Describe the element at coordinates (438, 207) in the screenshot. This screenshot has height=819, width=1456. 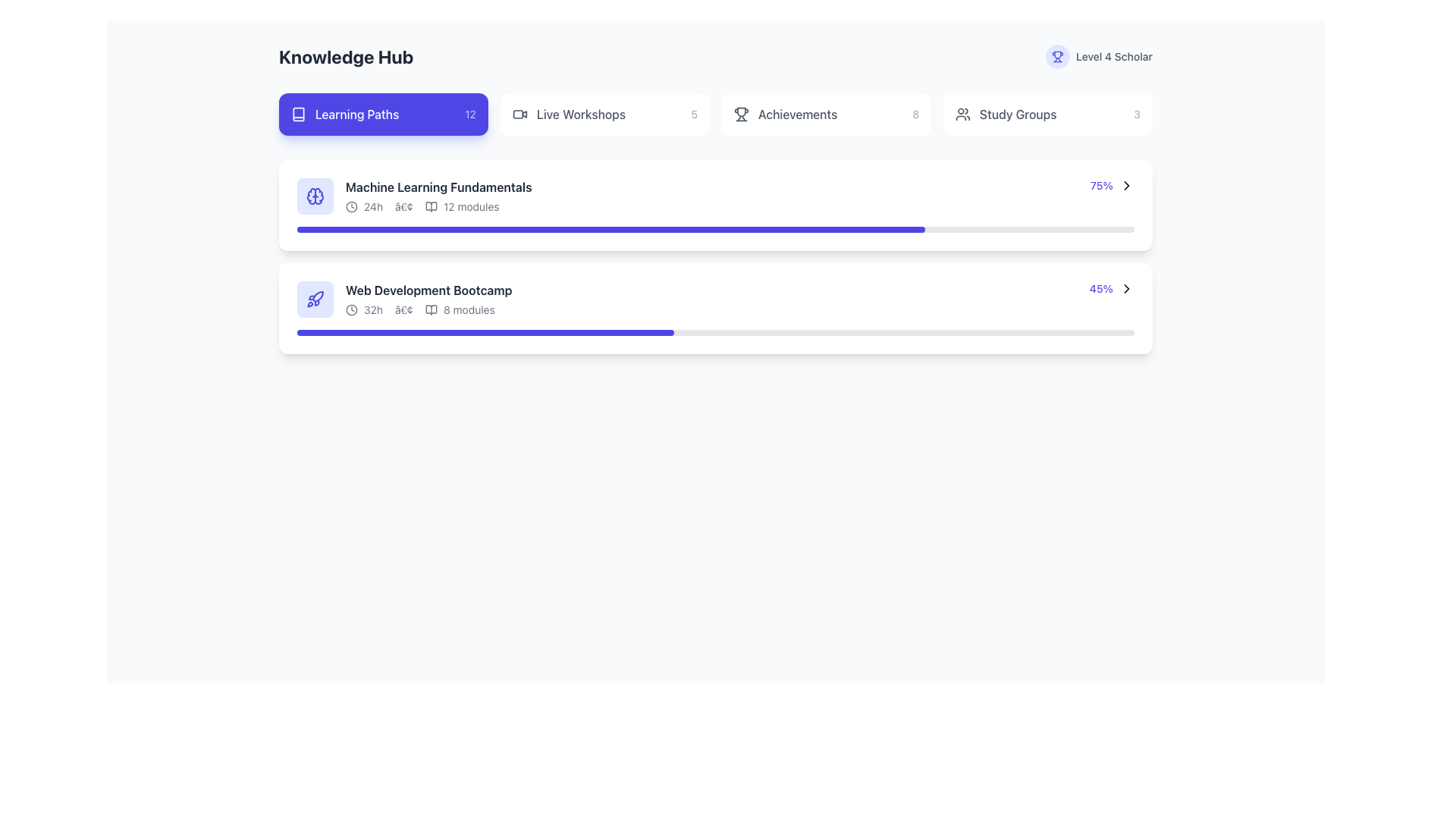
I see `displayed details of the course summary element showing '24h • 12 modules' with icons for time and modules, located below the title 'Machine Learning Fundamentals' in the 'Learning Paths' tab` at that location.